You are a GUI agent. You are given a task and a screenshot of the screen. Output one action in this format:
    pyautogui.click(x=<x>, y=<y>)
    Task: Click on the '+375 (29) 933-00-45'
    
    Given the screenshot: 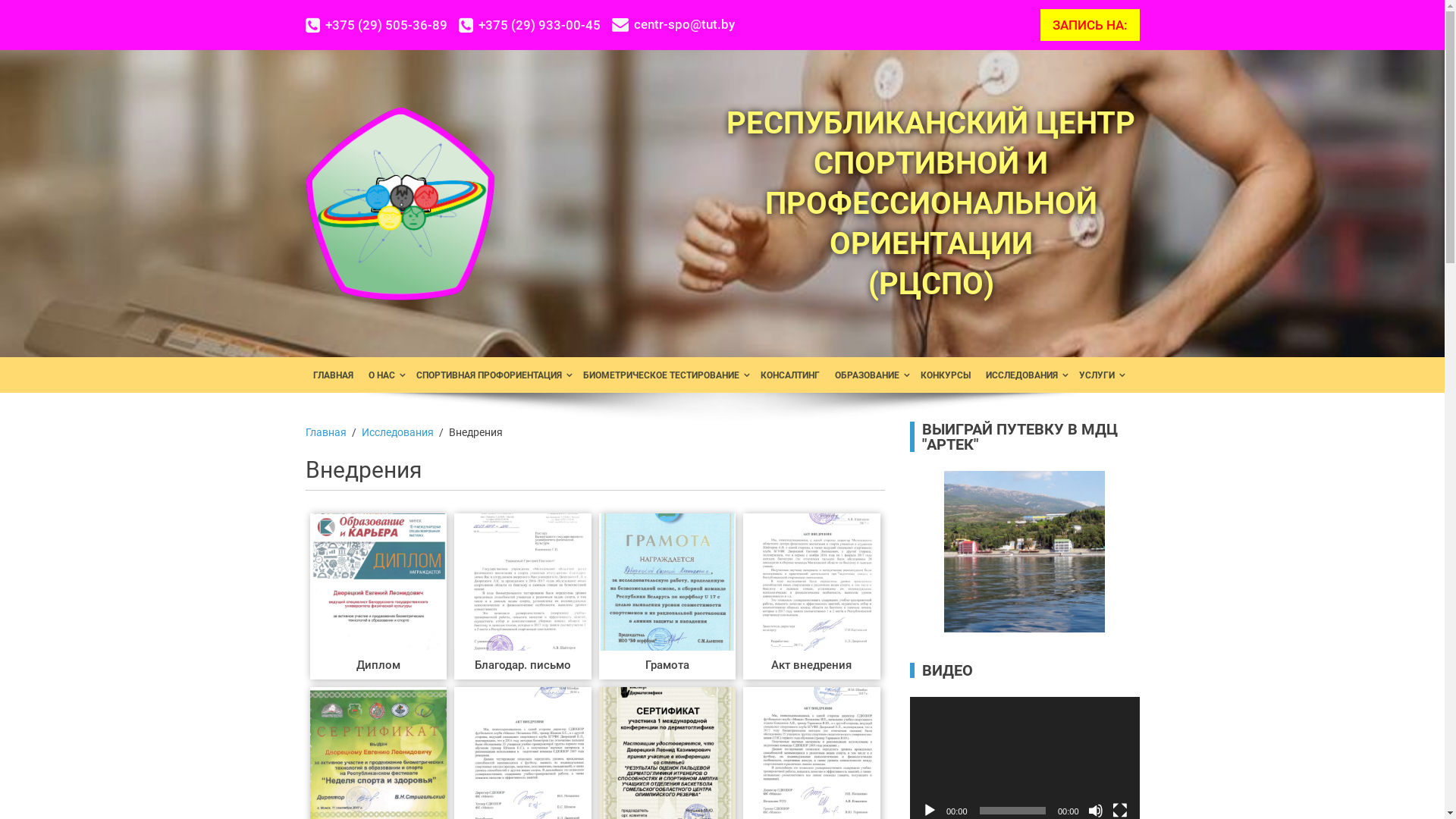 What is the action you would take?
    pyautogui.click(x=457, y=25)
    